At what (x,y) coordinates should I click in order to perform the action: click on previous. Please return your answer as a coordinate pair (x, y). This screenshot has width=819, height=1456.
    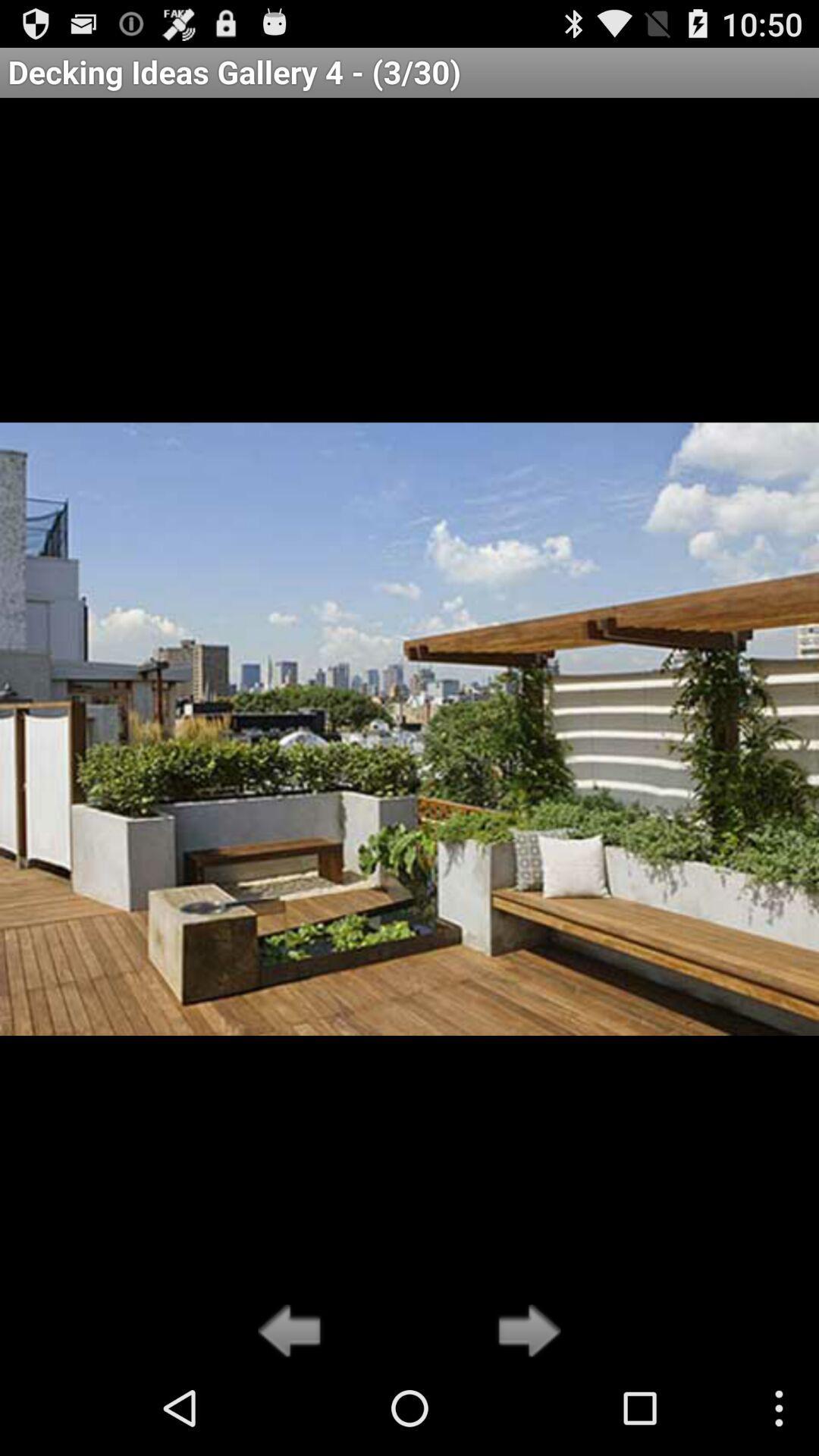
    Looking at the image, I should click on (293, 1332).